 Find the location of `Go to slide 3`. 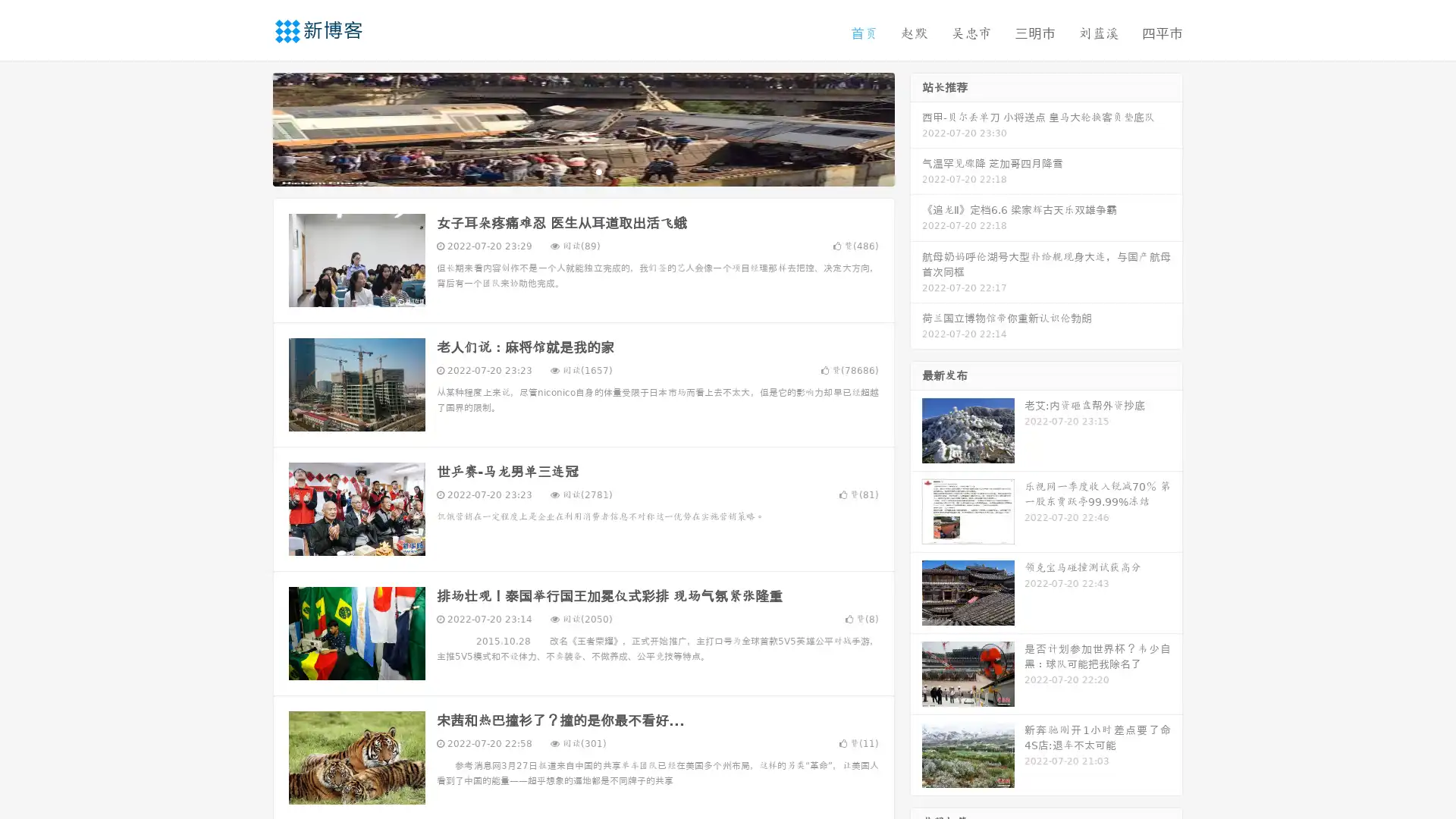

Go to slide 3 is located at coordinates (598, 171).